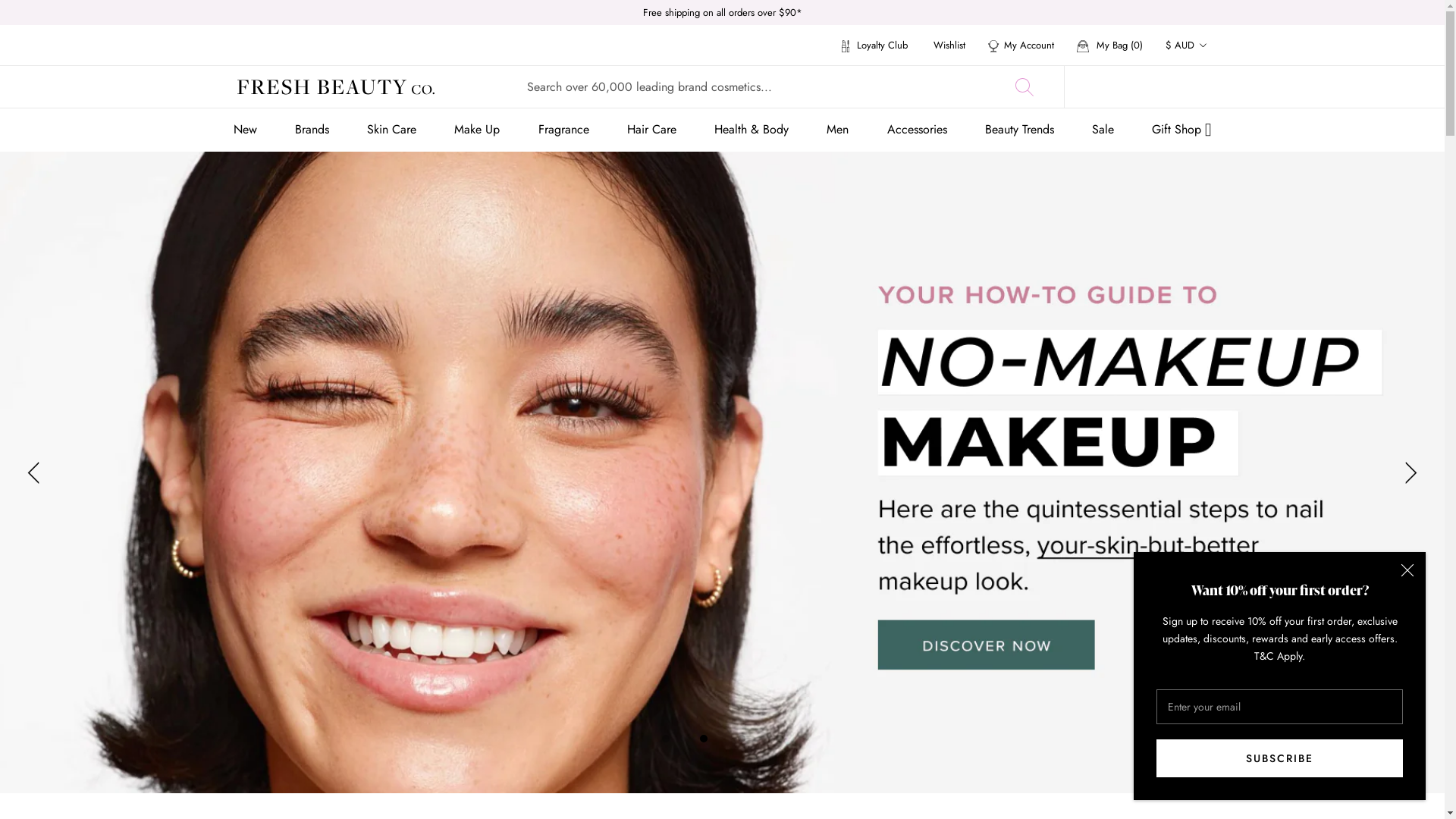 The width and height of the screenshot is (1456, 819). I want to click on 'My Bag (0)', so click(1109, 44).